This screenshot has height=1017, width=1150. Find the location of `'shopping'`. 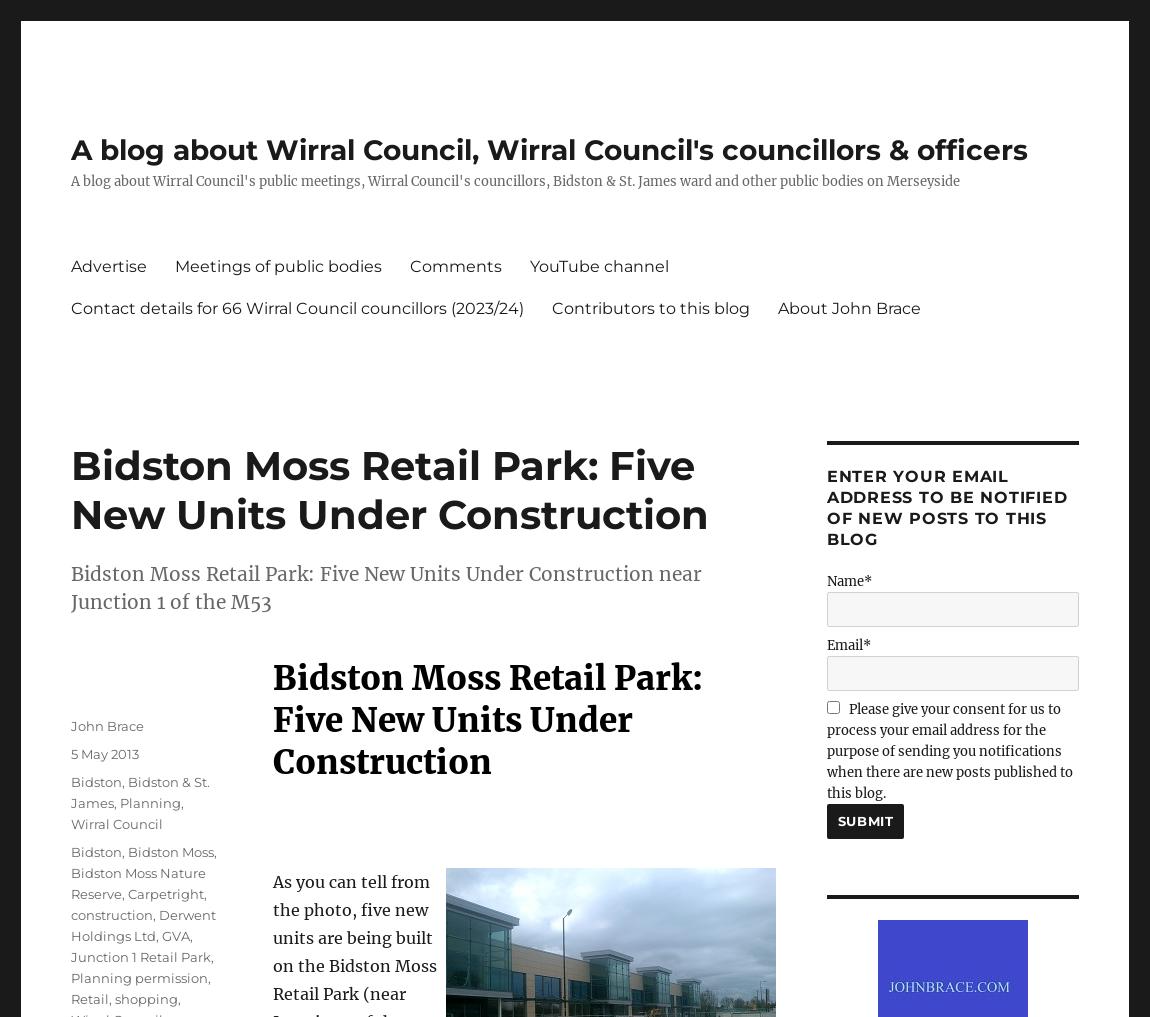

'shopping' is located at coordinates (145, 998).